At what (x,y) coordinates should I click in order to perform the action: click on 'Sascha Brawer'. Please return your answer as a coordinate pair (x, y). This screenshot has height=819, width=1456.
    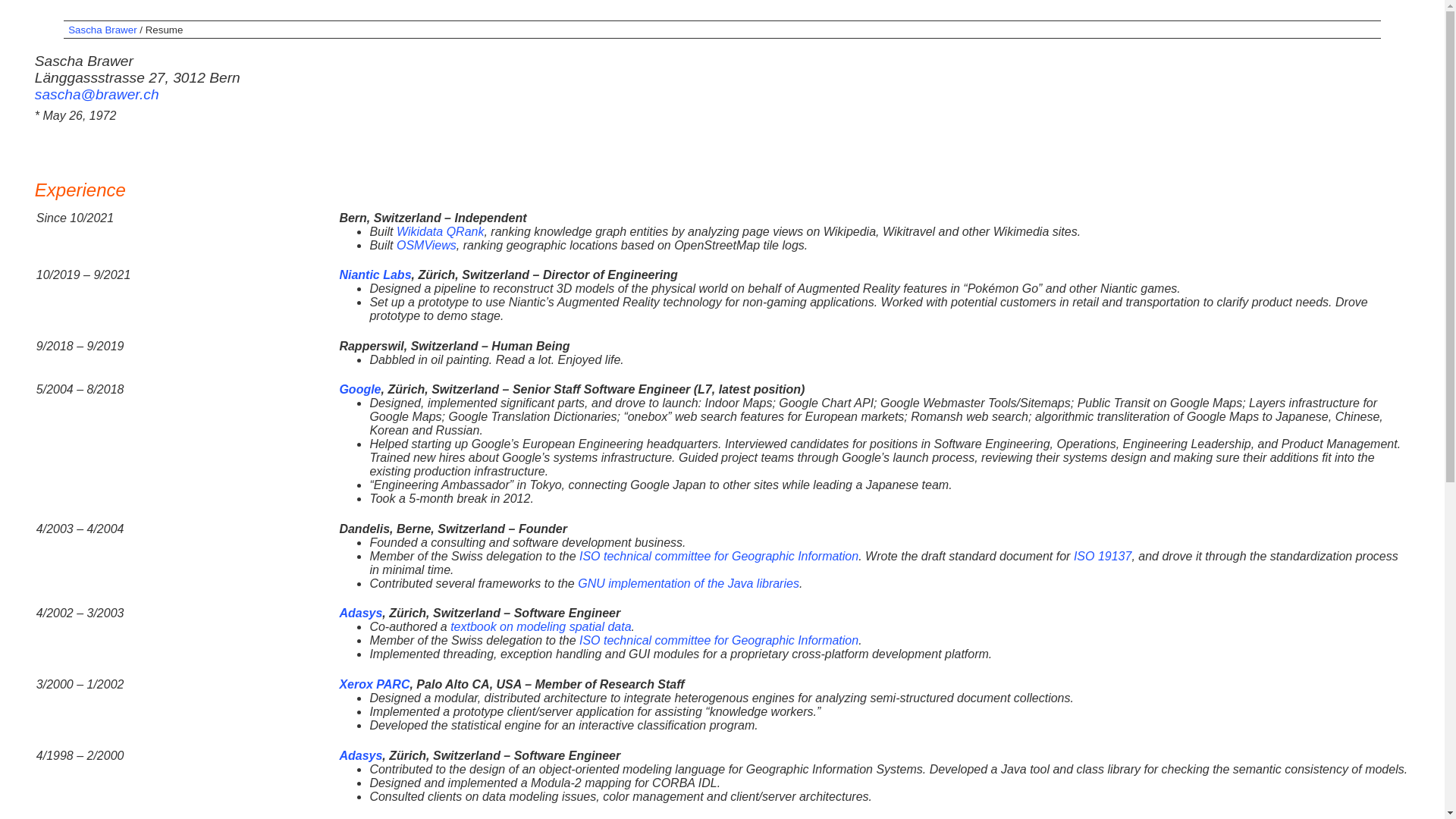
    Looking at the image, I should click on (101, 30).